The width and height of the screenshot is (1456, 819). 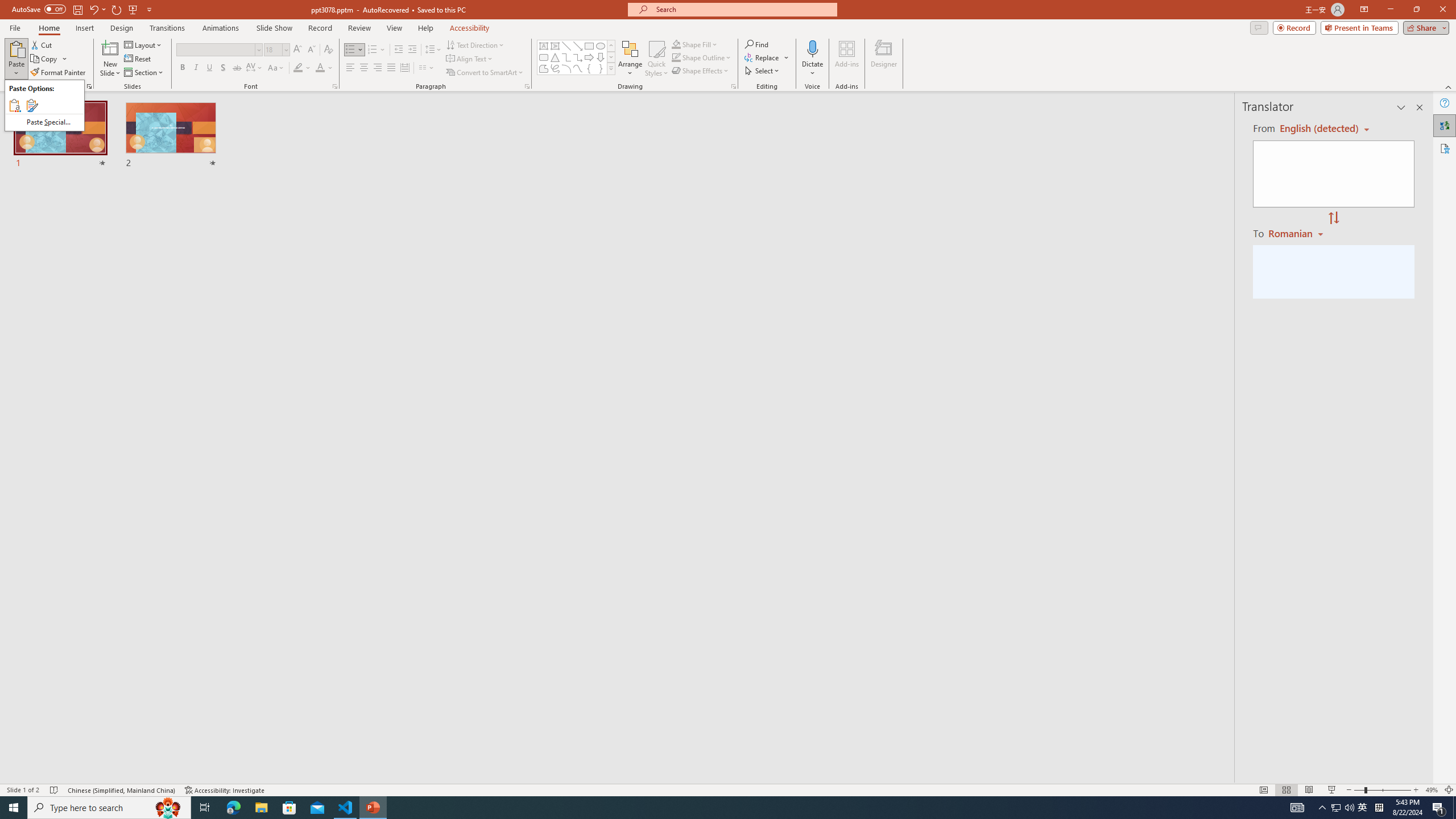 What do you see at coordinates (49, 59) in the screenshot?
I see `'Copy'` at bounding box center [49, 59].